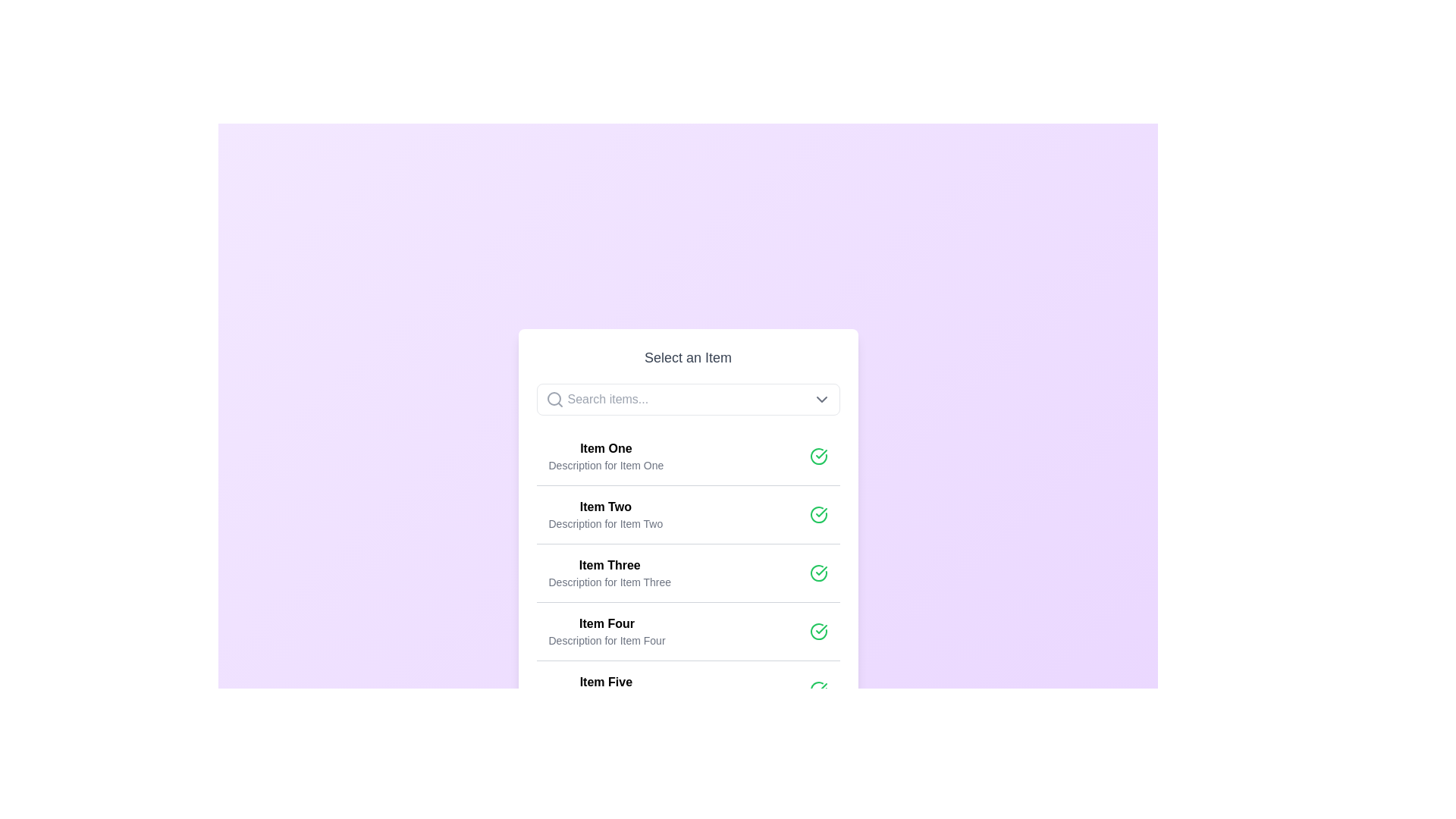 Image resolution: width=1456 pixels, height=819 pixels. I want to click on the circular part of the magnifying glass icon, which symbolizes the search feature located at the top-left corner of the search bar, so click(553, 397).